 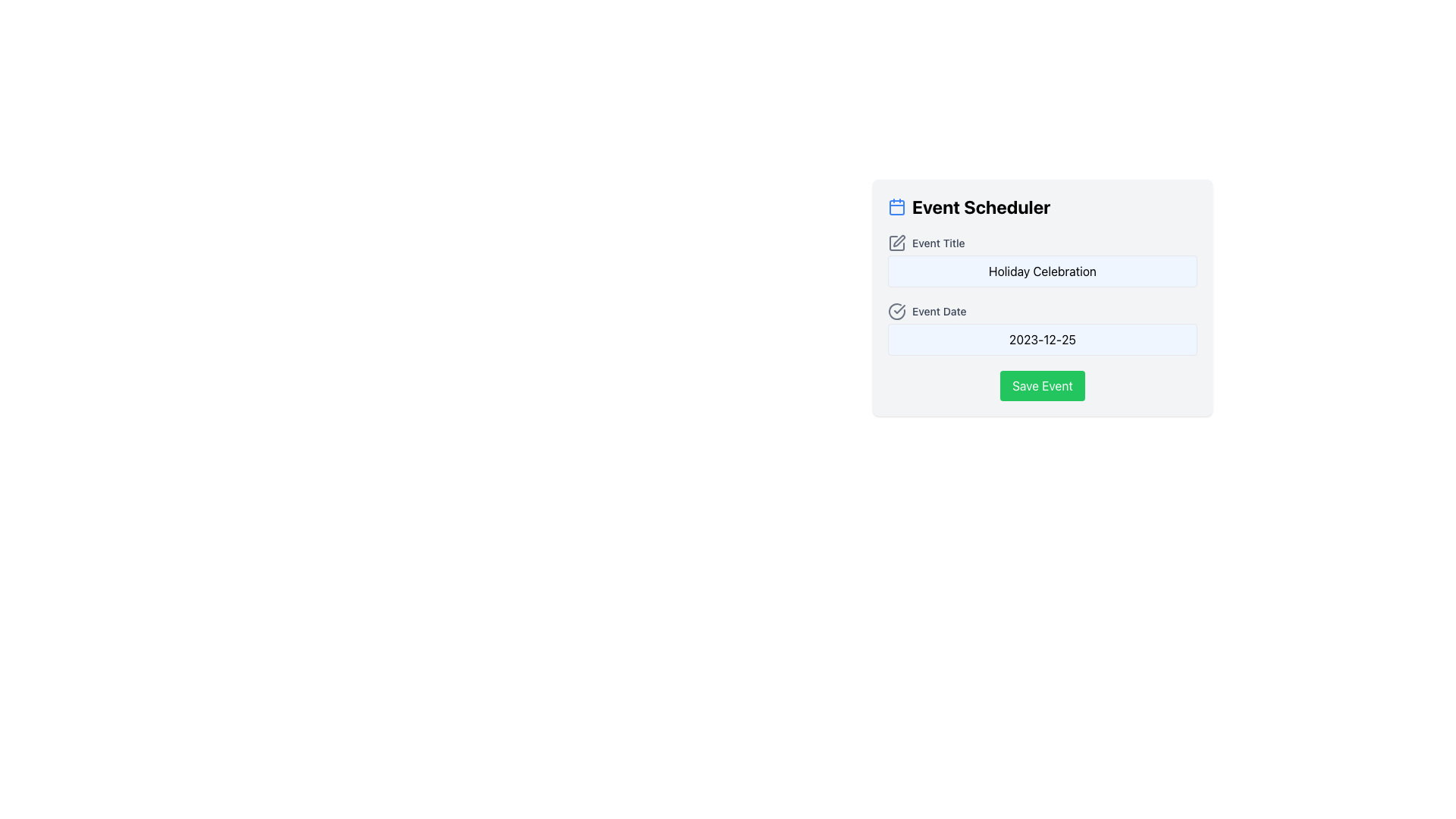 What do you see at coordinates (1041, 271) in the screenshot?
I see `the display or label field that represents the event title within the 'Event Scheduler', located directly below the 'Event Title' label` at bounding box center [1041, 271].